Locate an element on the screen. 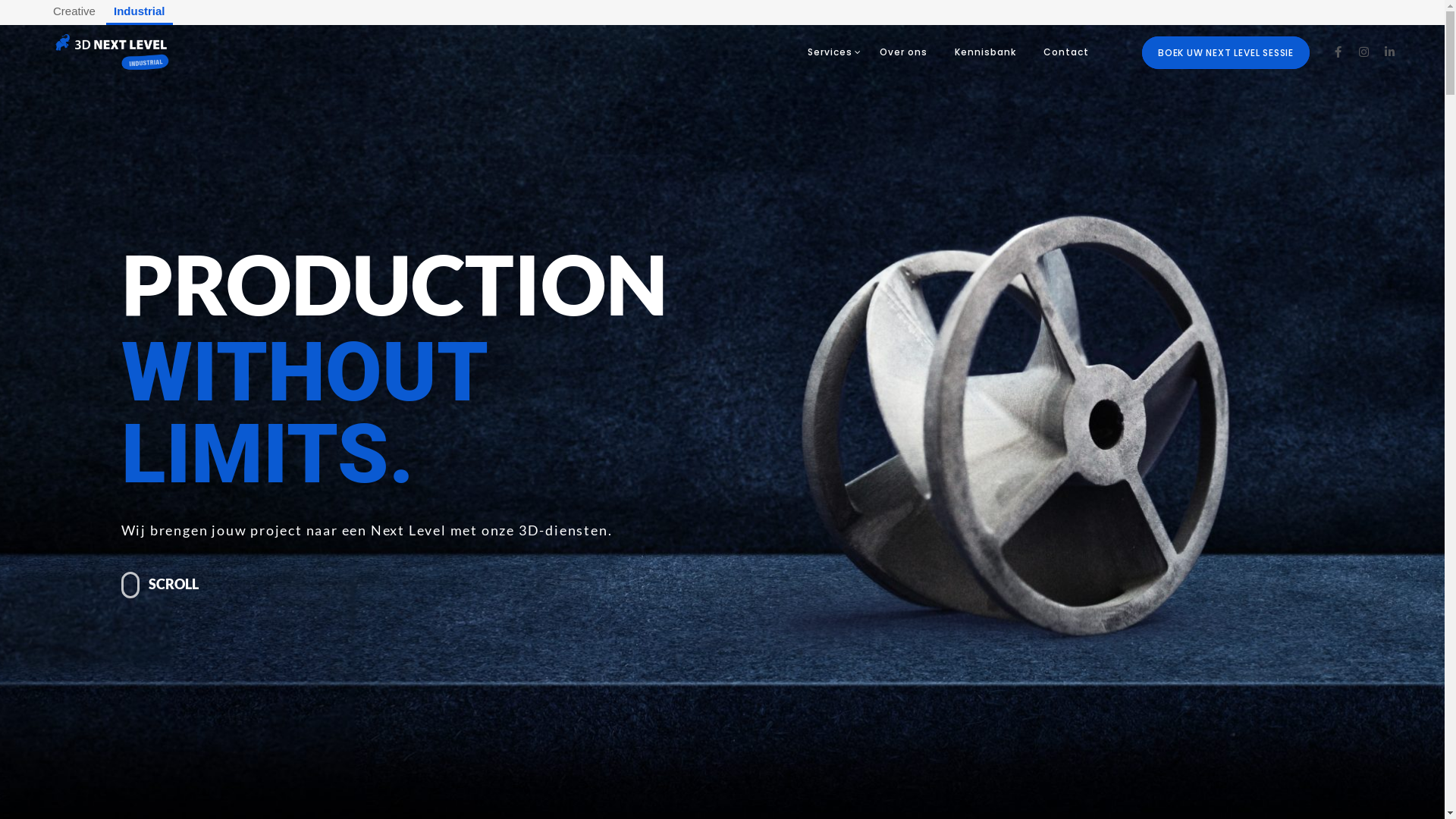 This screenshot has height=819, width=1456. 'Services' is located at coordinates (792, 51).